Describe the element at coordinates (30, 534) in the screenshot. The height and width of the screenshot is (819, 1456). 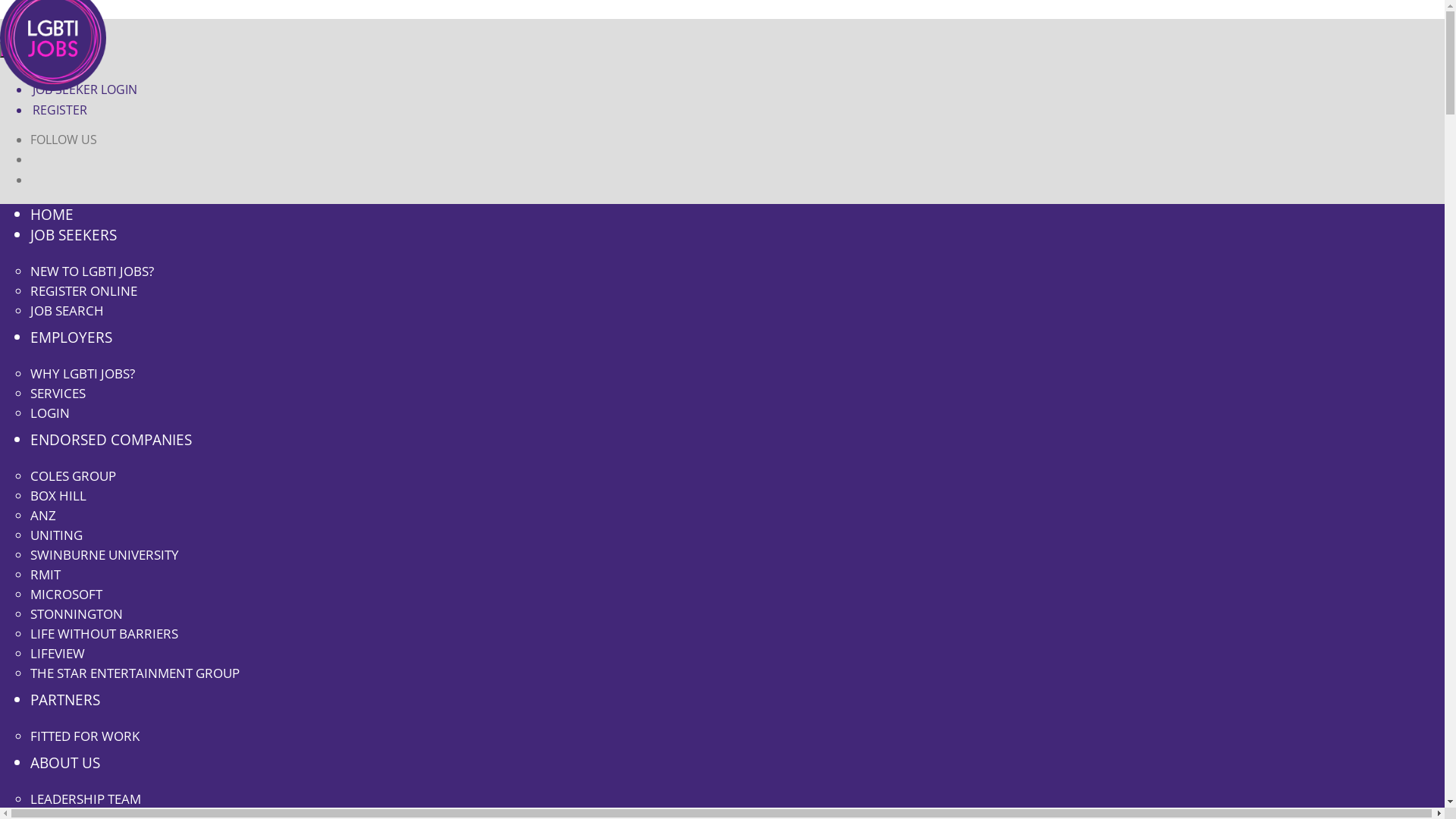
I see `'UNITING'` at that location.